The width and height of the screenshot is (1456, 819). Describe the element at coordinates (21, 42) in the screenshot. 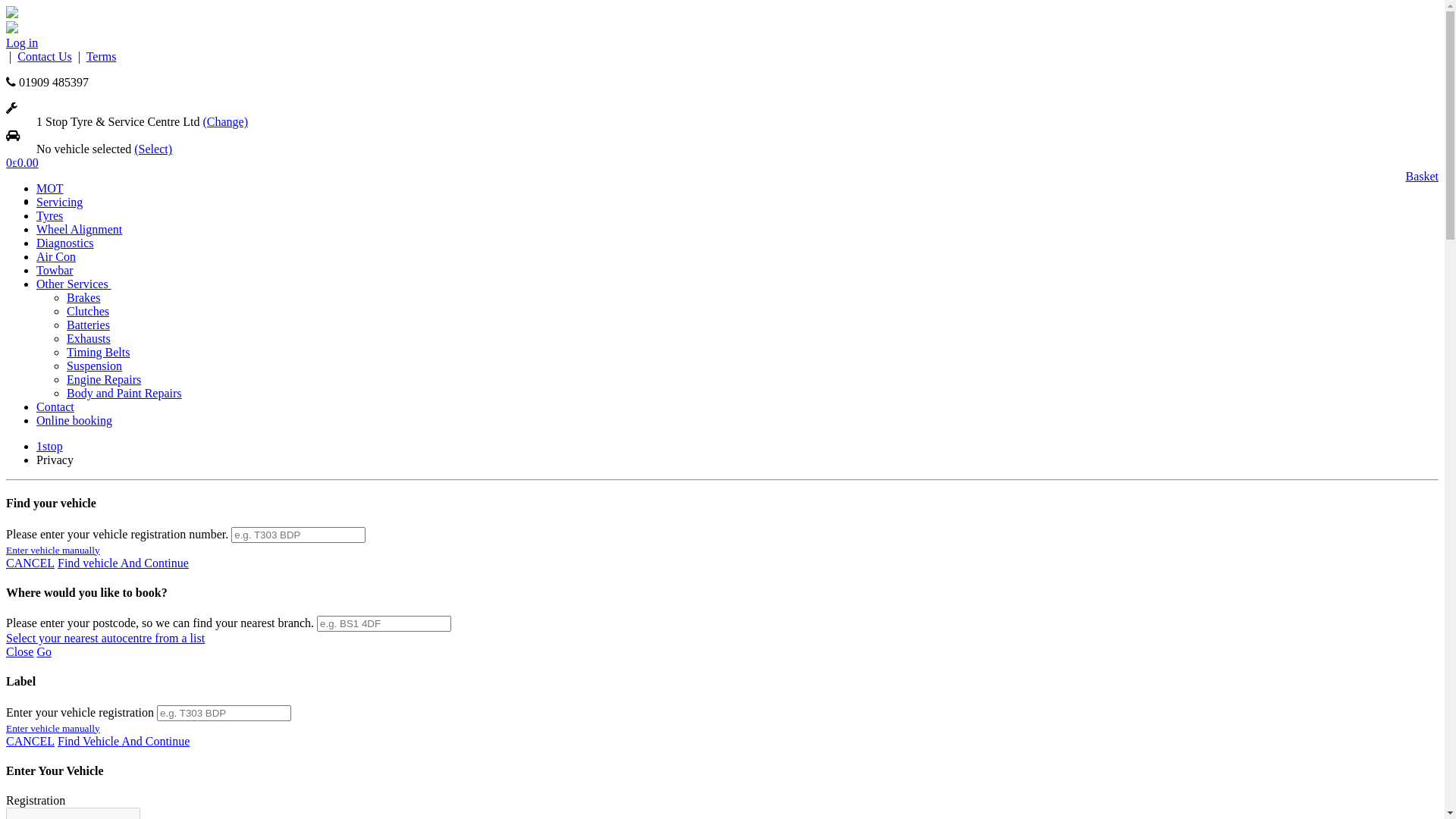

I see `'Log in'` at that location.